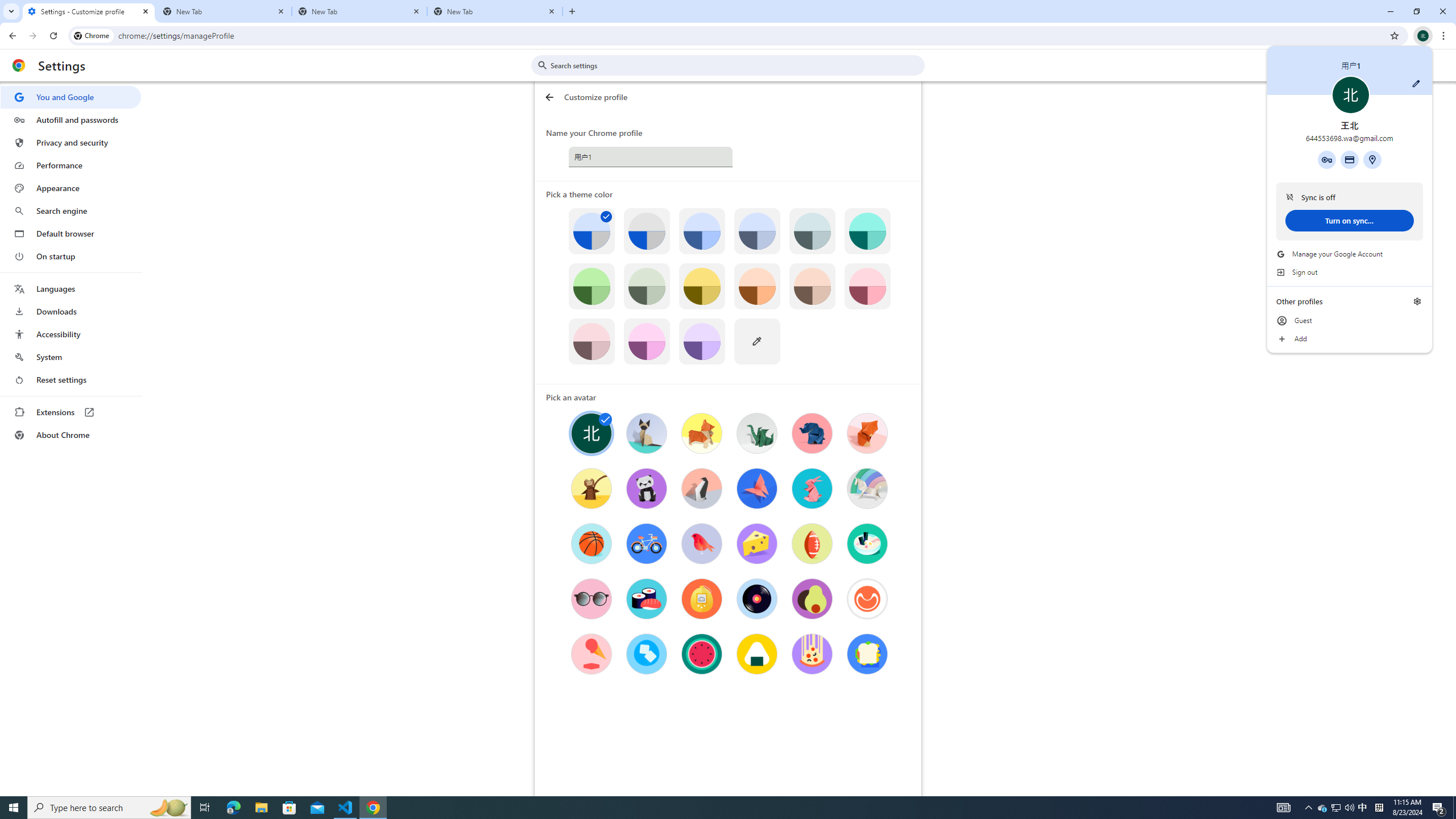  Describe the element at coordinates (1379, 806) in the screenshot. I see `'Tray Input Indicator - Chinese (Simplified, China)'` at that location.